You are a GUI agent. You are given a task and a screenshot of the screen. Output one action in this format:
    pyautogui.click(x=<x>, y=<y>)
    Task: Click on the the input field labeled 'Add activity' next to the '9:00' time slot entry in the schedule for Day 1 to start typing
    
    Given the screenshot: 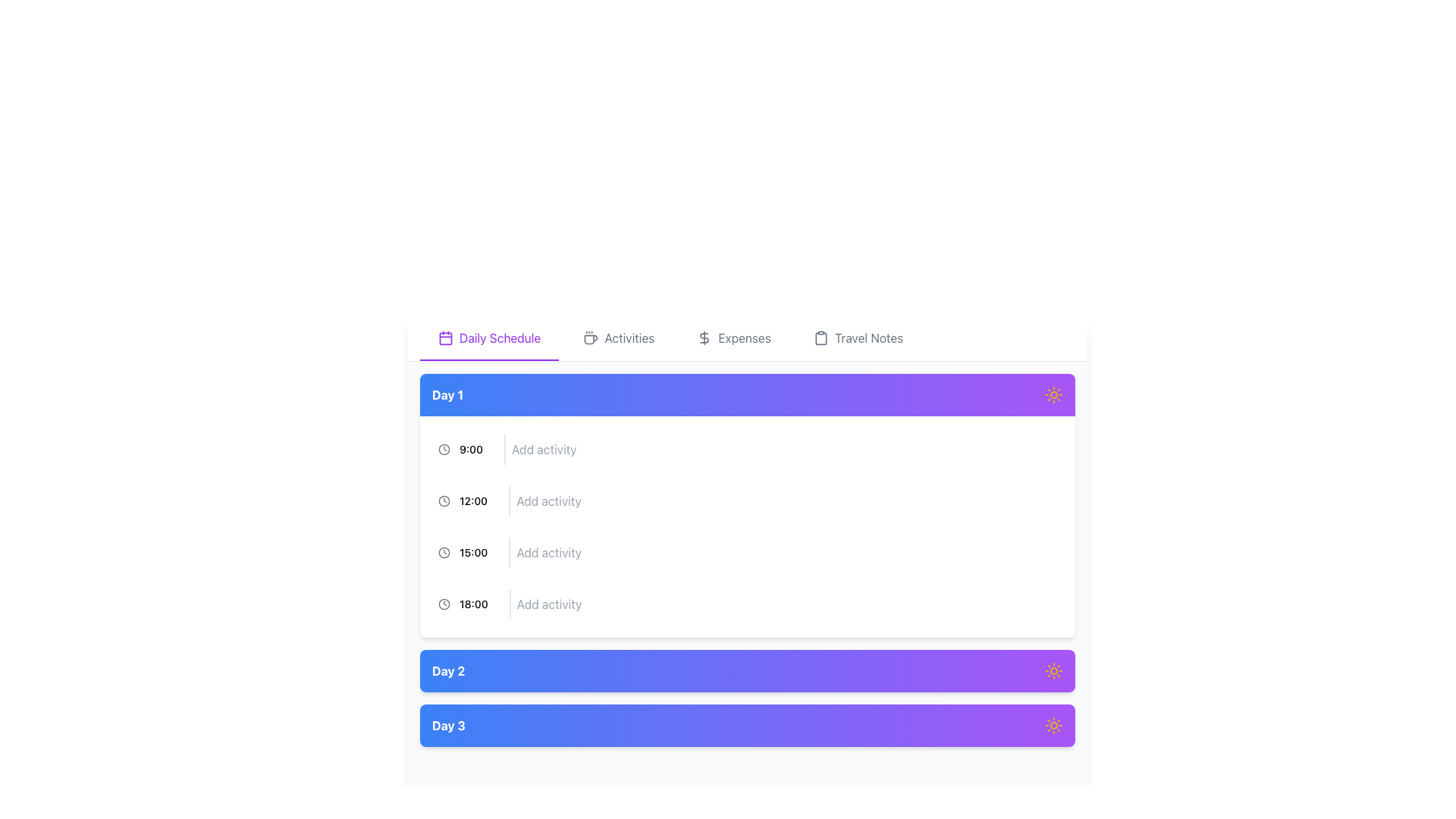 What is the action you would take?
    pyautogui.click(x=747, y=449)
    